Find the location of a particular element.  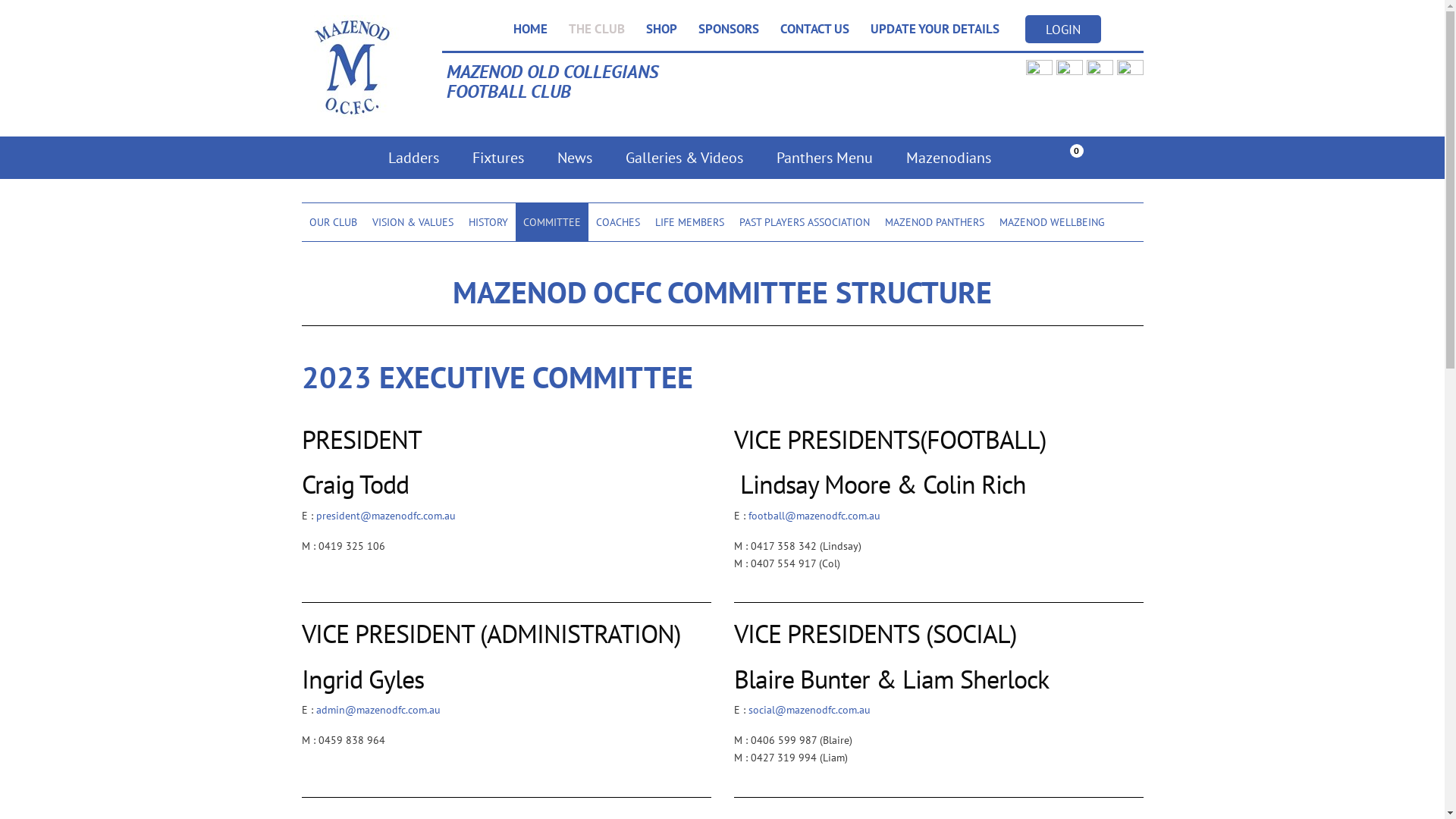

'SHOP' is located at coordinates (661, 29).